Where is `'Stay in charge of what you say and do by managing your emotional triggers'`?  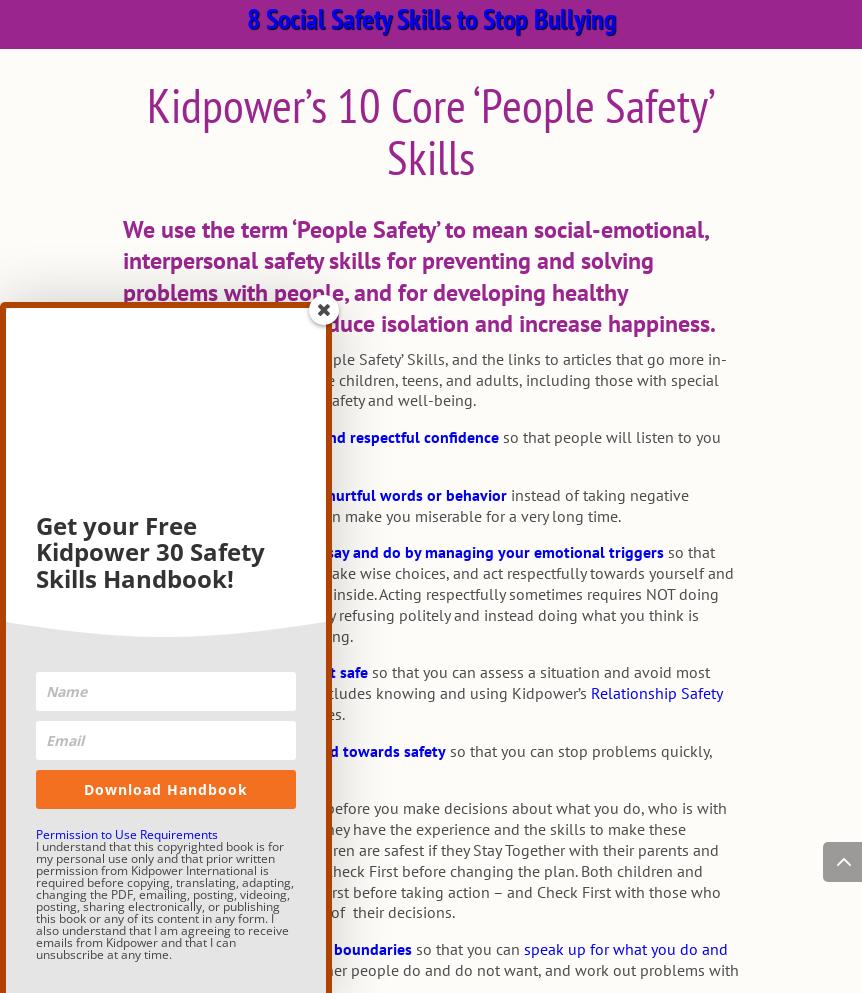 'Stay in charge of what you say and do by managing your emotional triggers' is located at coordinates (397, 551).